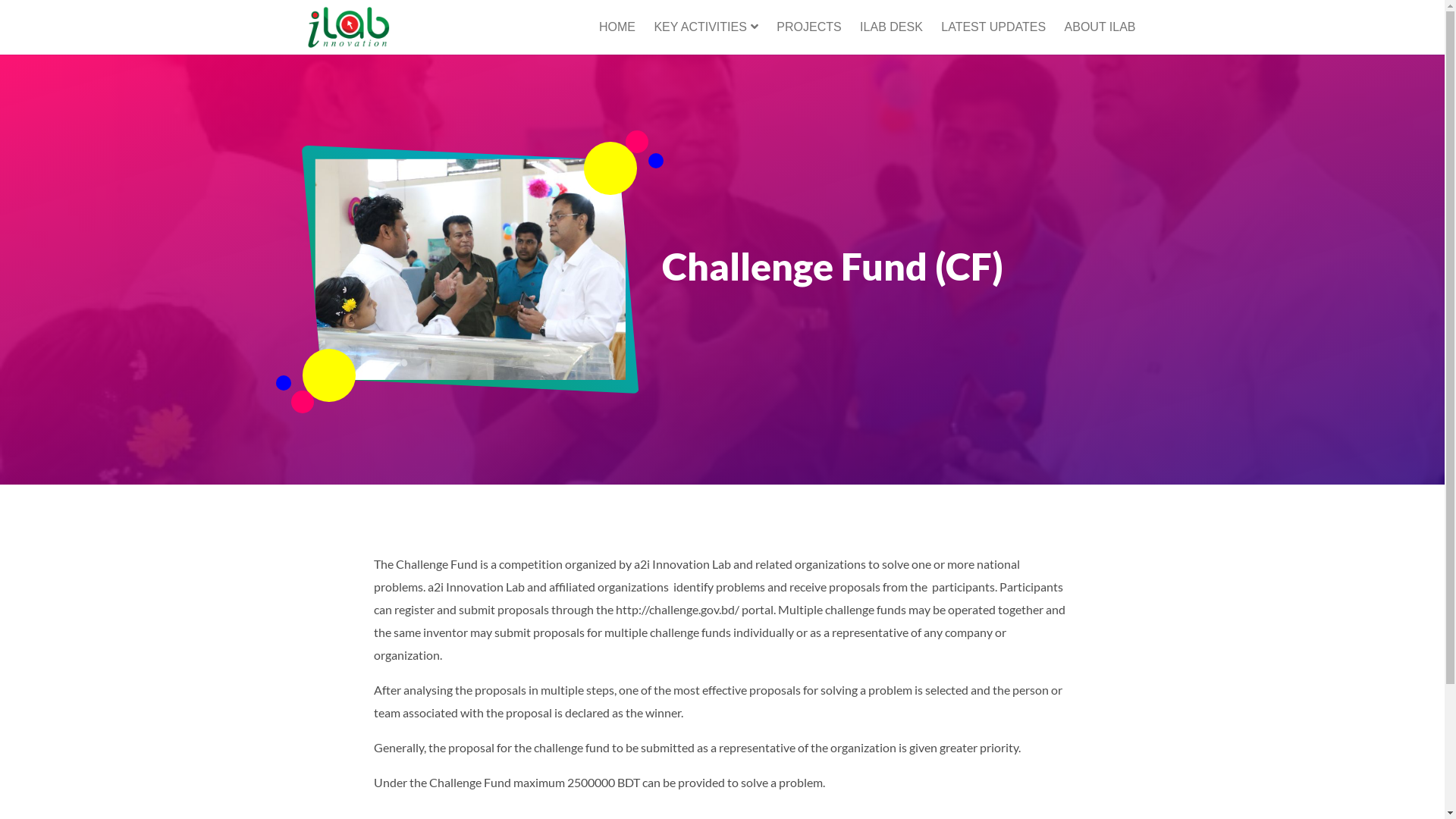 The image size is (1456, 819). Describe the element at coordinates (1100, 27) in the screenshot. I see `'ABOUT ILAB'` at that location.